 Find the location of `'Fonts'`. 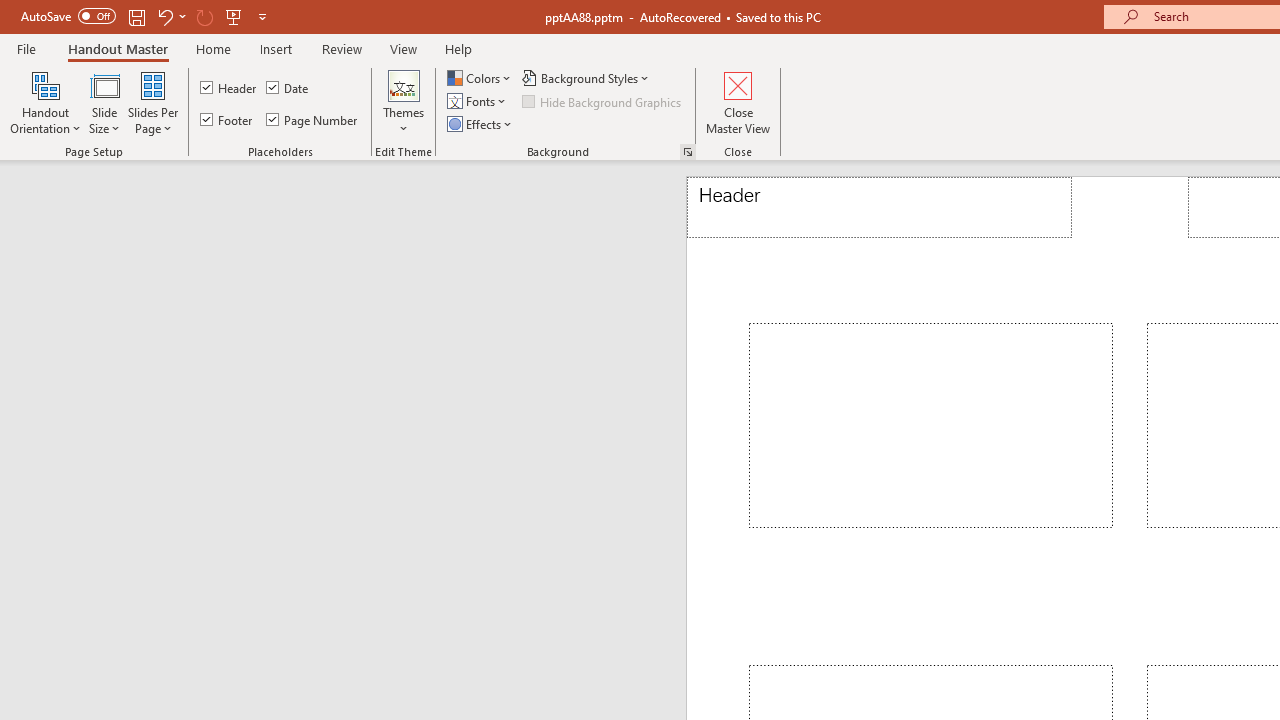

'Fonts' is located at coordinates (477, 101).